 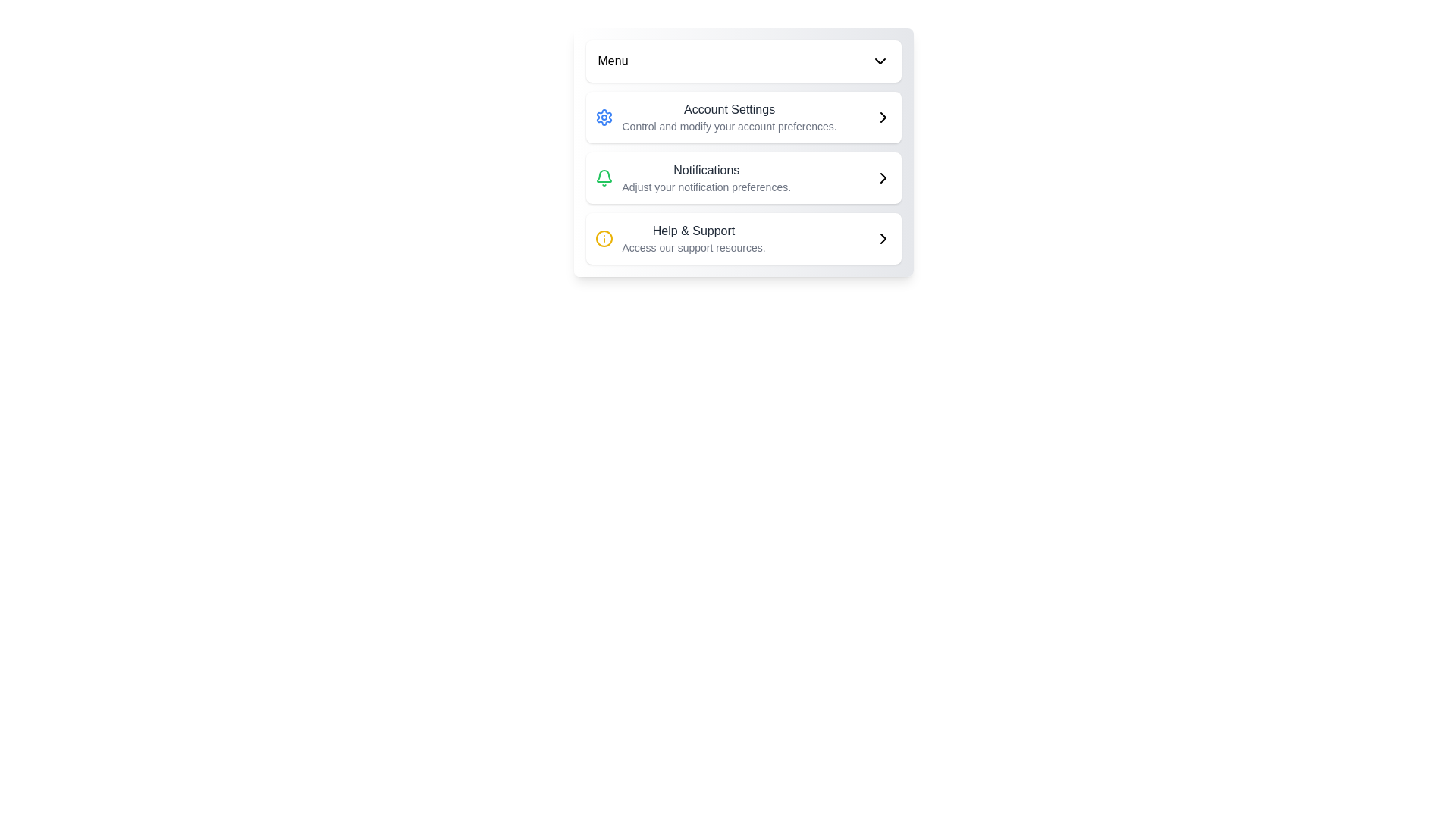 What do you see at coordinates (730, 116) in the screenshot?
I see `the 'Account Settings' list item in the vertical menu` at bounding box center [730, 116].